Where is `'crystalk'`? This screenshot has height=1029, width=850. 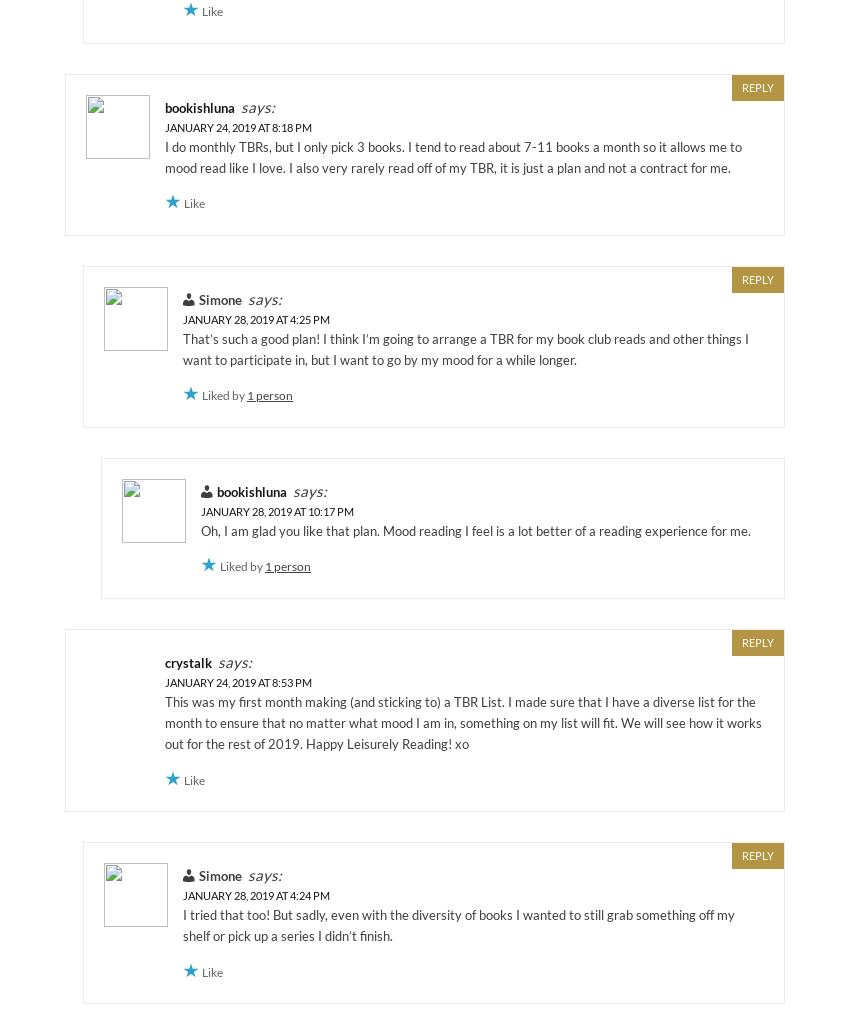
'crystalk' is located at coordinates (187, 661).